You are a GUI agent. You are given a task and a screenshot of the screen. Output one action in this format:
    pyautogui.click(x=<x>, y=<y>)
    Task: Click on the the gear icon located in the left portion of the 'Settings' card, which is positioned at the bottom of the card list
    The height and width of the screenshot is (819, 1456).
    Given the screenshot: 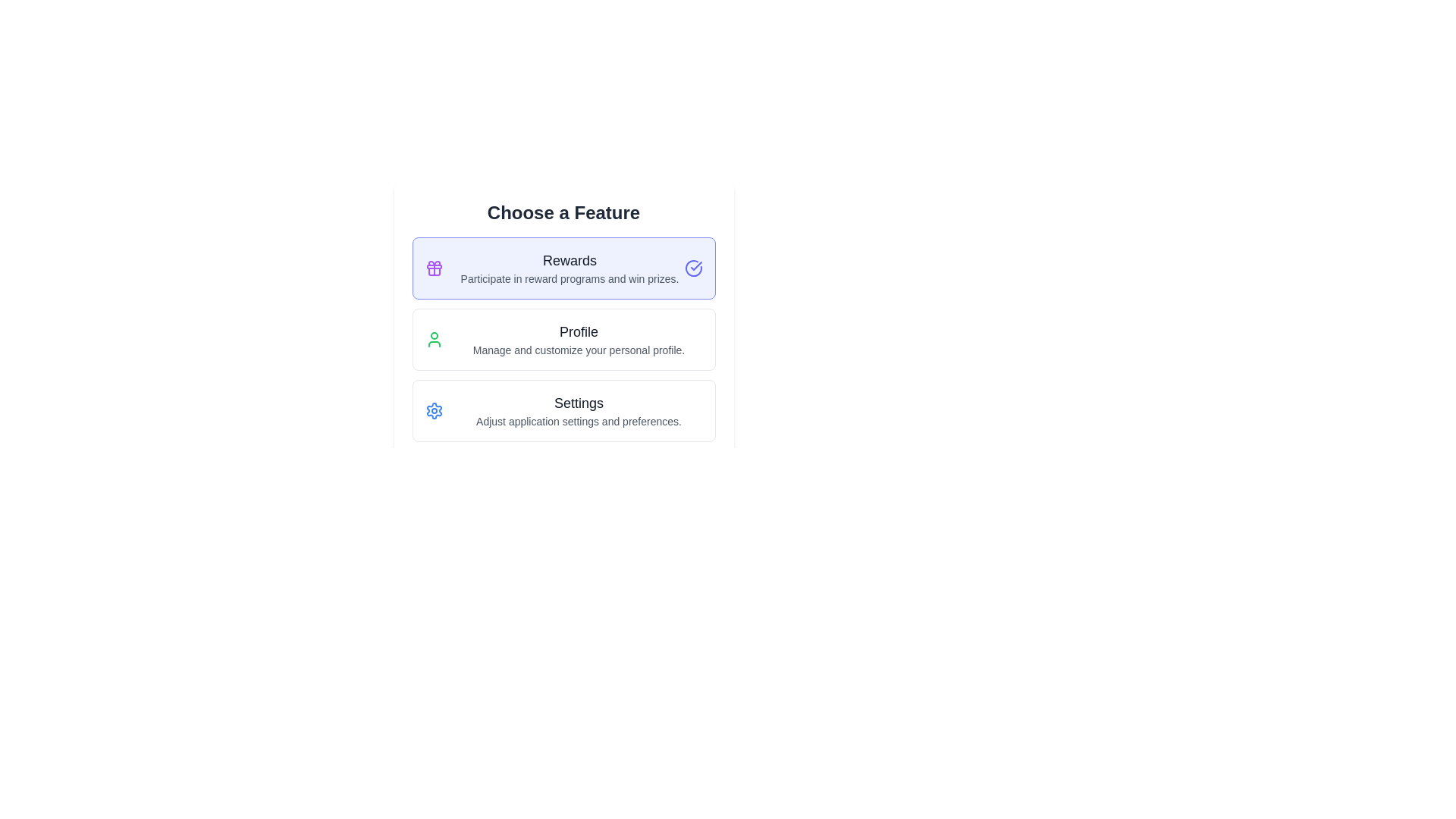 What is the action you would take?
    pyautogui.click(x=433, y=411)
    